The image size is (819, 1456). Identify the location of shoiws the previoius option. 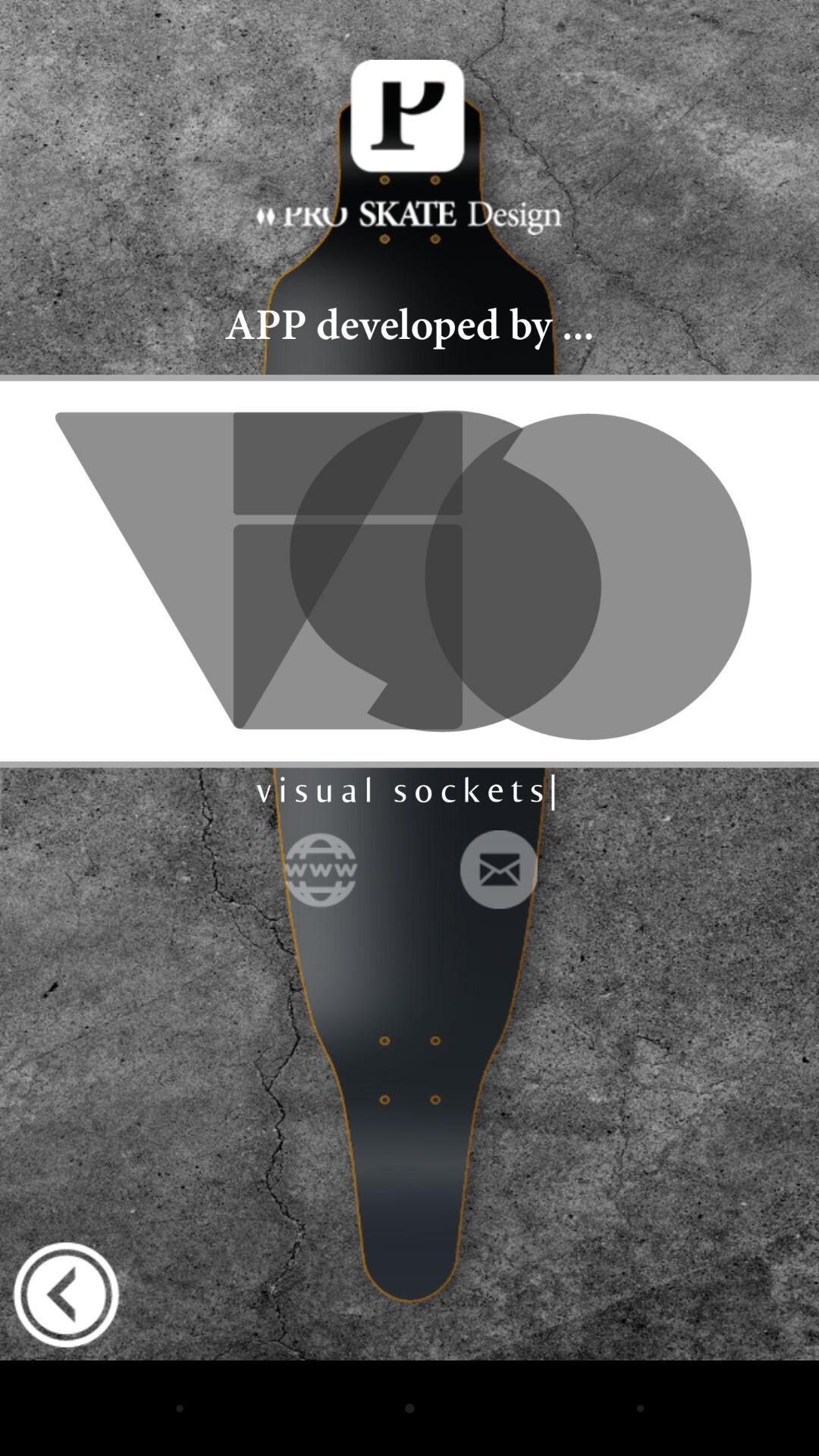
(65, 1293).